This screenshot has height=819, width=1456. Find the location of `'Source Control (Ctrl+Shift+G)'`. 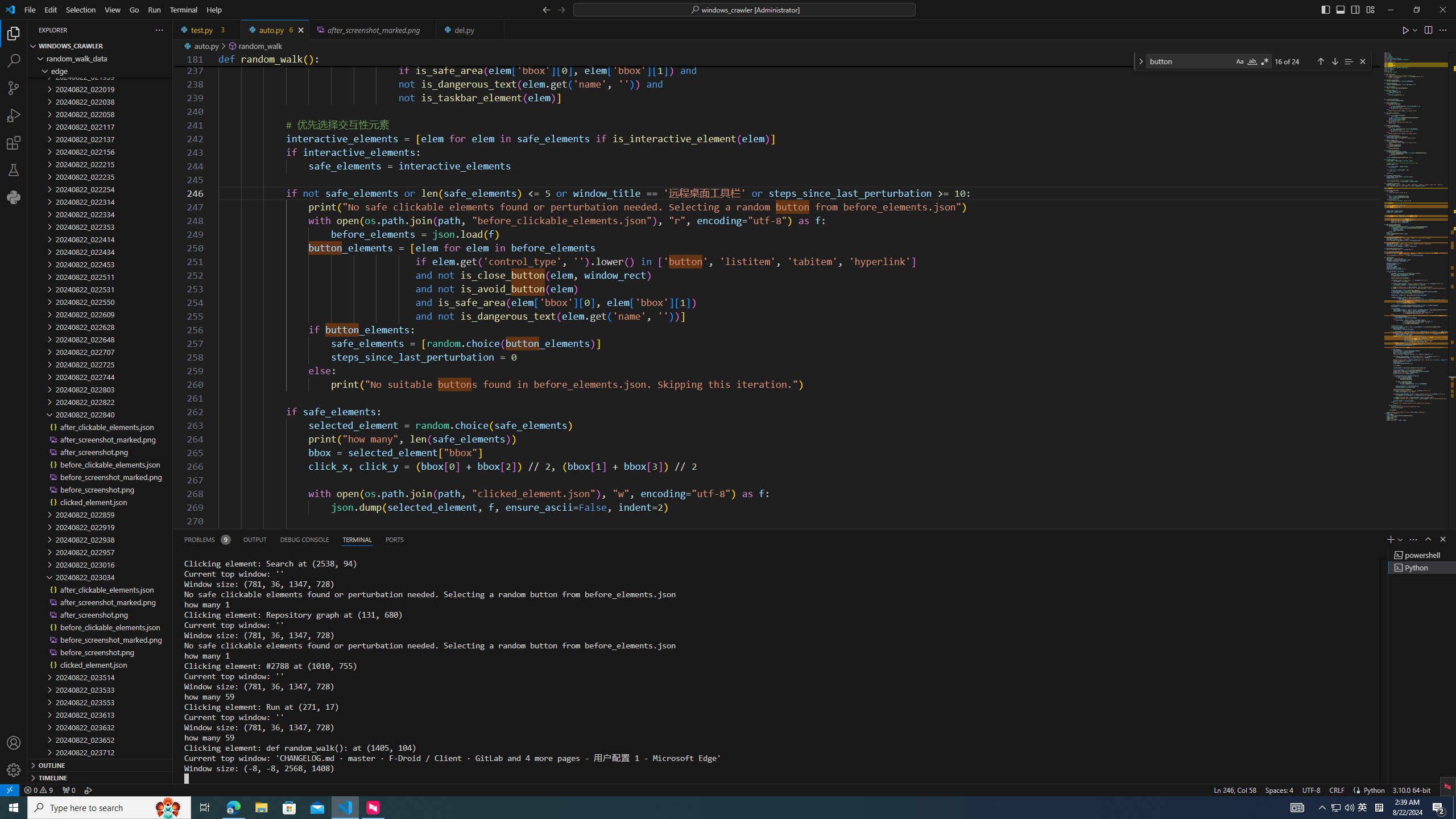

'Source Control (Ctrl+Shift+G)' is located at coordinates (14, 87).